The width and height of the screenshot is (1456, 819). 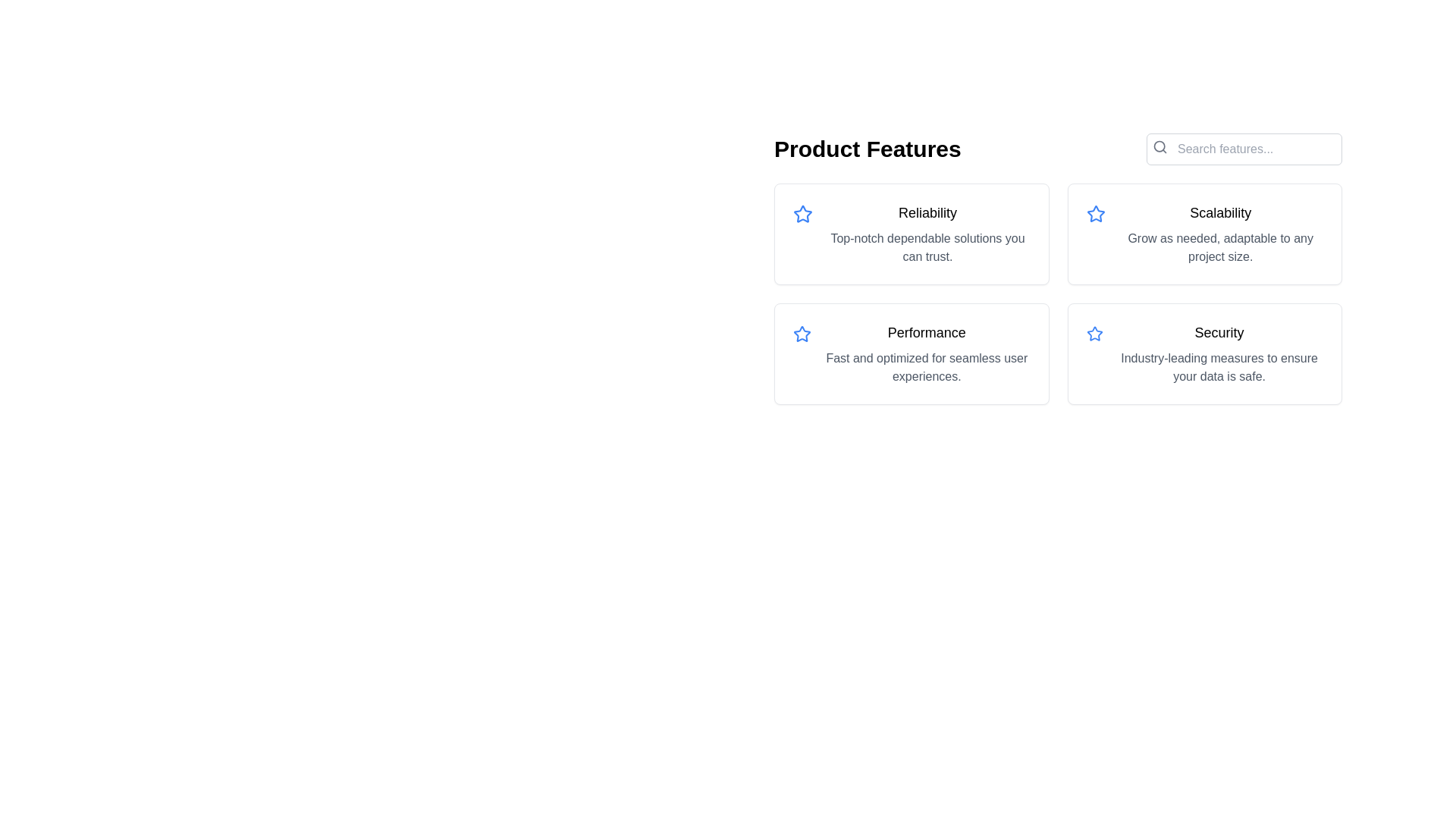 What do you see at coordinates (926, 368) in the screenshot?
I see `static text displaying gray text that reads 'Fast and optimized for seamless user experiences.' positioned beneath the heading 'Performance.'` at bounding box center [926, 368].